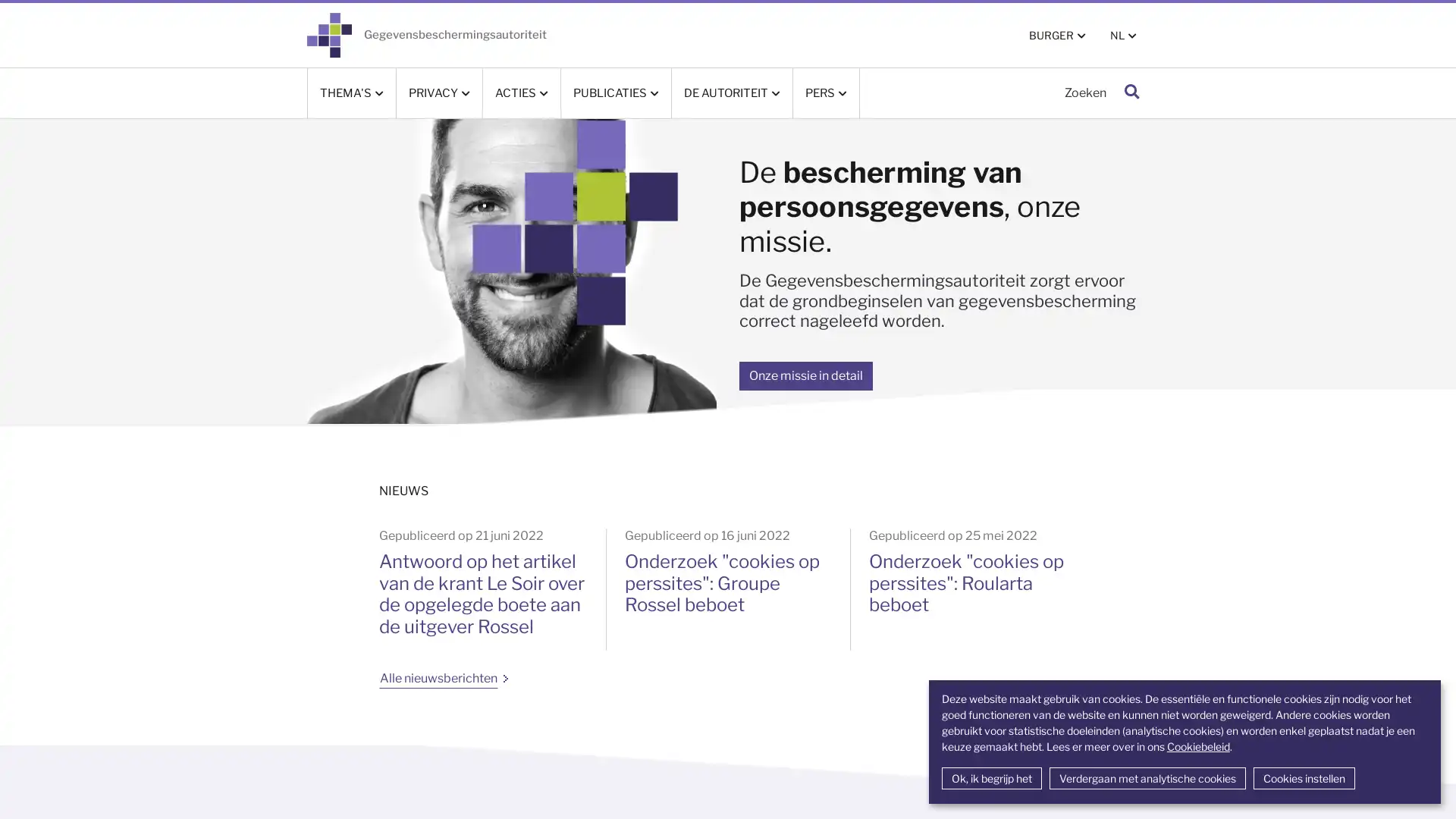 Image resolution: width=1456 pixels, height=819 pixels. Describe the element at coordinates (1131, 93) in the screenshot. I see `Zoeken` at that location.